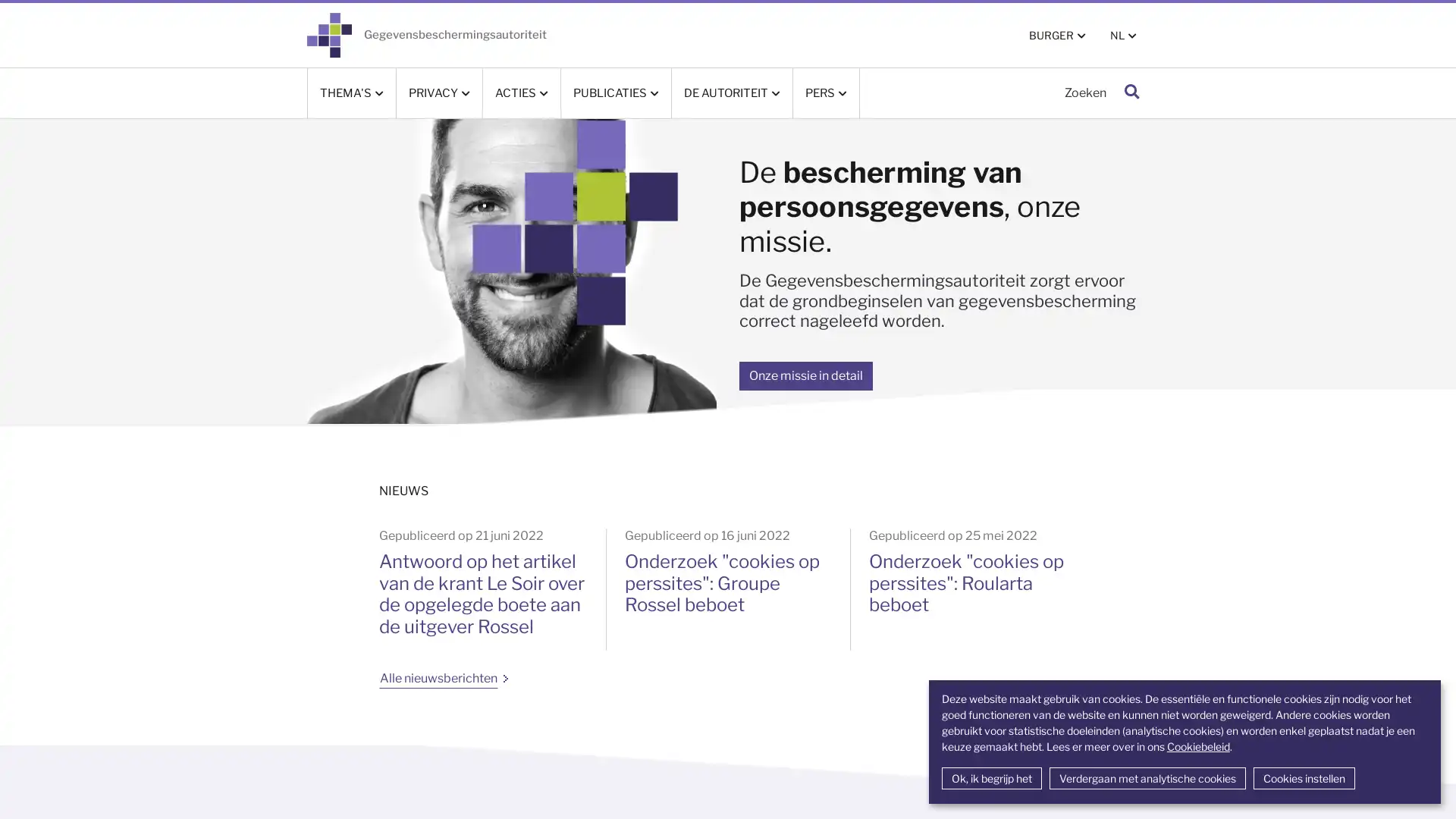 Image resolution: width=1456 pixels, height=819 pixels. Describe the element at coordinates (1131, 93) in the screenshot. I see `Zoeken` at that location.